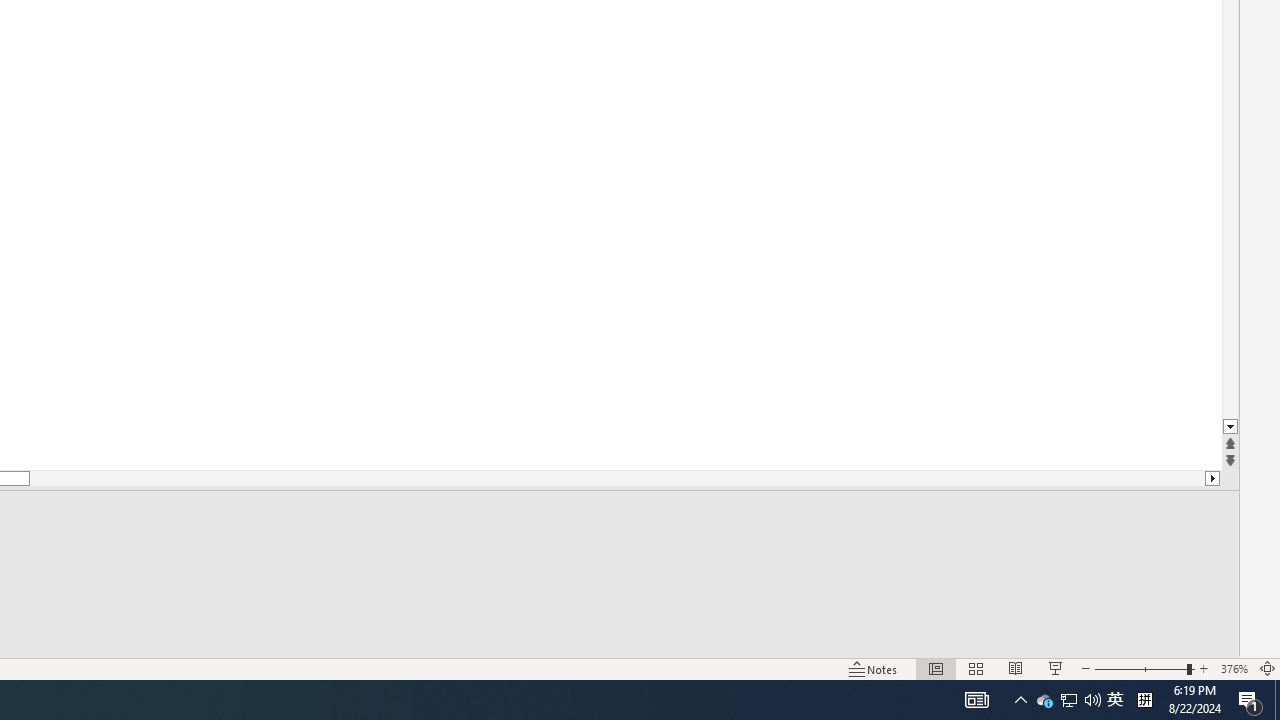 This screenshot has width=1280, height=720. What do you see at coordinates (1233, 669) in the screenshot?
I see `'Zoom 376%'` at bounding box center [1233, 669].